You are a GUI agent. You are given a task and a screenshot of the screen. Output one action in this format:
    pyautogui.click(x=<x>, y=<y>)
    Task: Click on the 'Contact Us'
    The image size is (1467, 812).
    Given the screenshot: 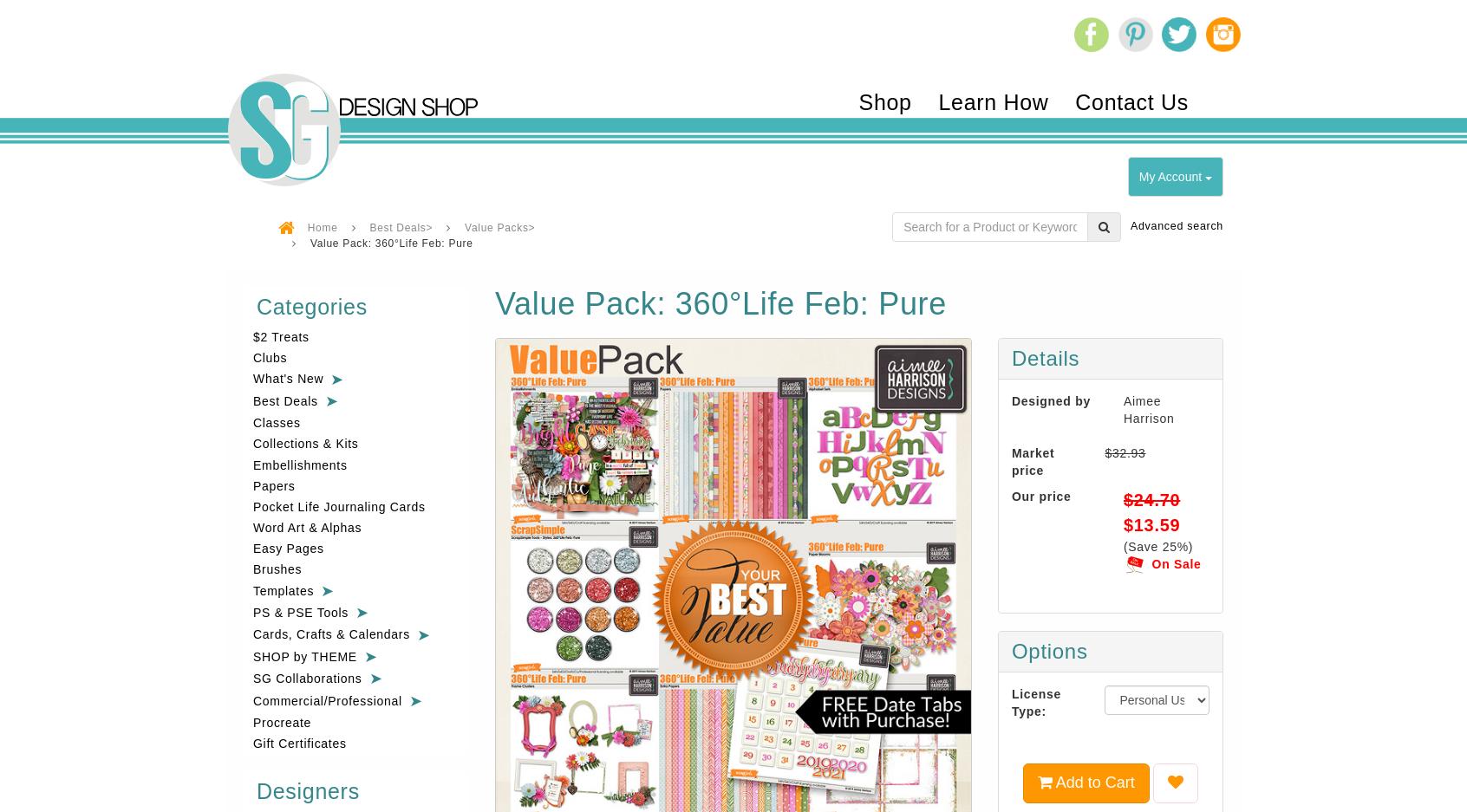 What is the action you would take?
    pyautogui.click(x=1131, y=101)
    